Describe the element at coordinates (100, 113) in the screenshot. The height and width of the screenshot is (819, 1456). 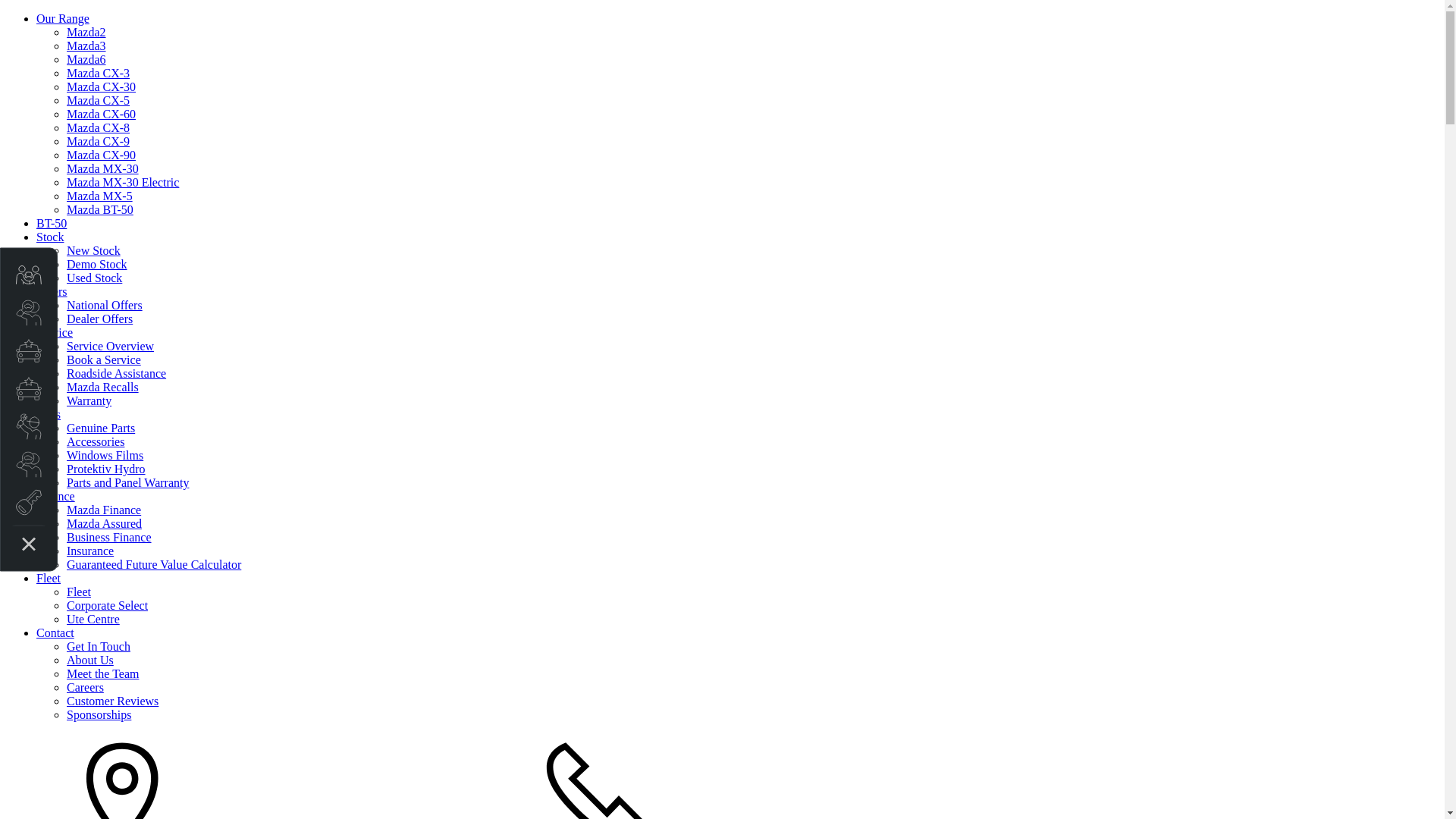
I see `'Mazda CX-60'` at that location.